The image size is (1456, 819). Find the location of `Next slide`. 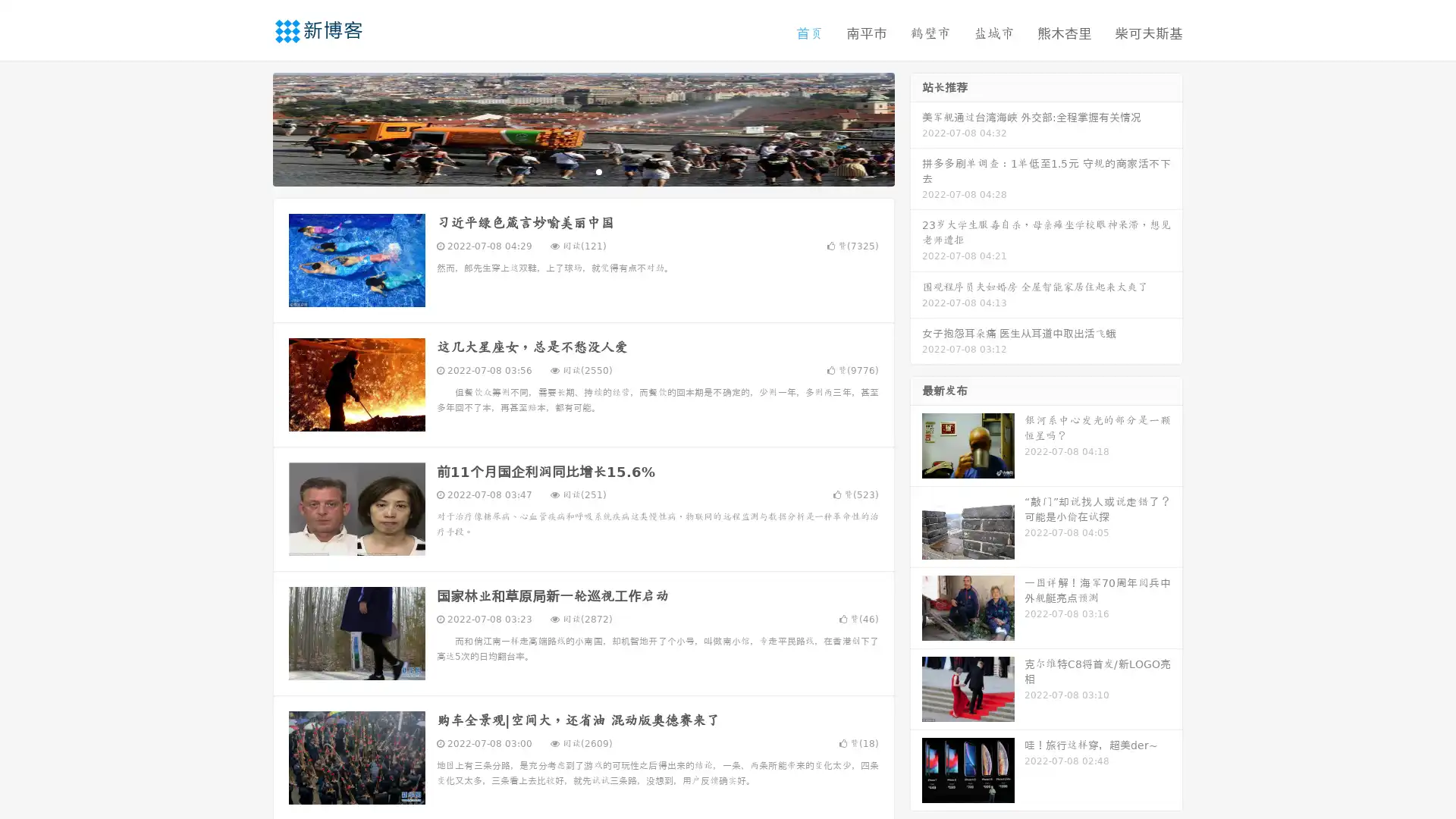

Next slide is located at coordinates (916, 127).